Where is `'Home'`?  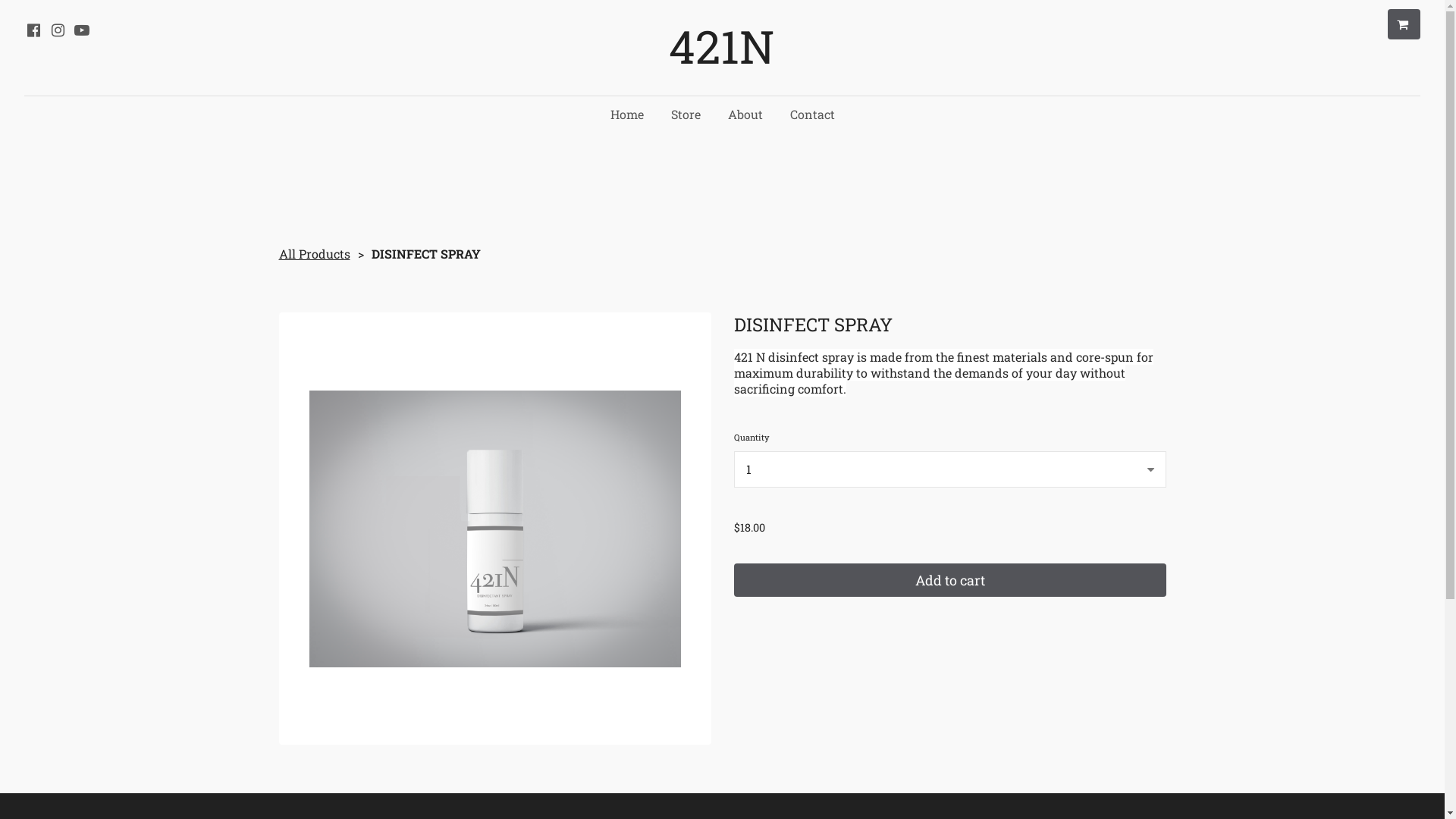
'Home' is located at coordinates (626, 113).